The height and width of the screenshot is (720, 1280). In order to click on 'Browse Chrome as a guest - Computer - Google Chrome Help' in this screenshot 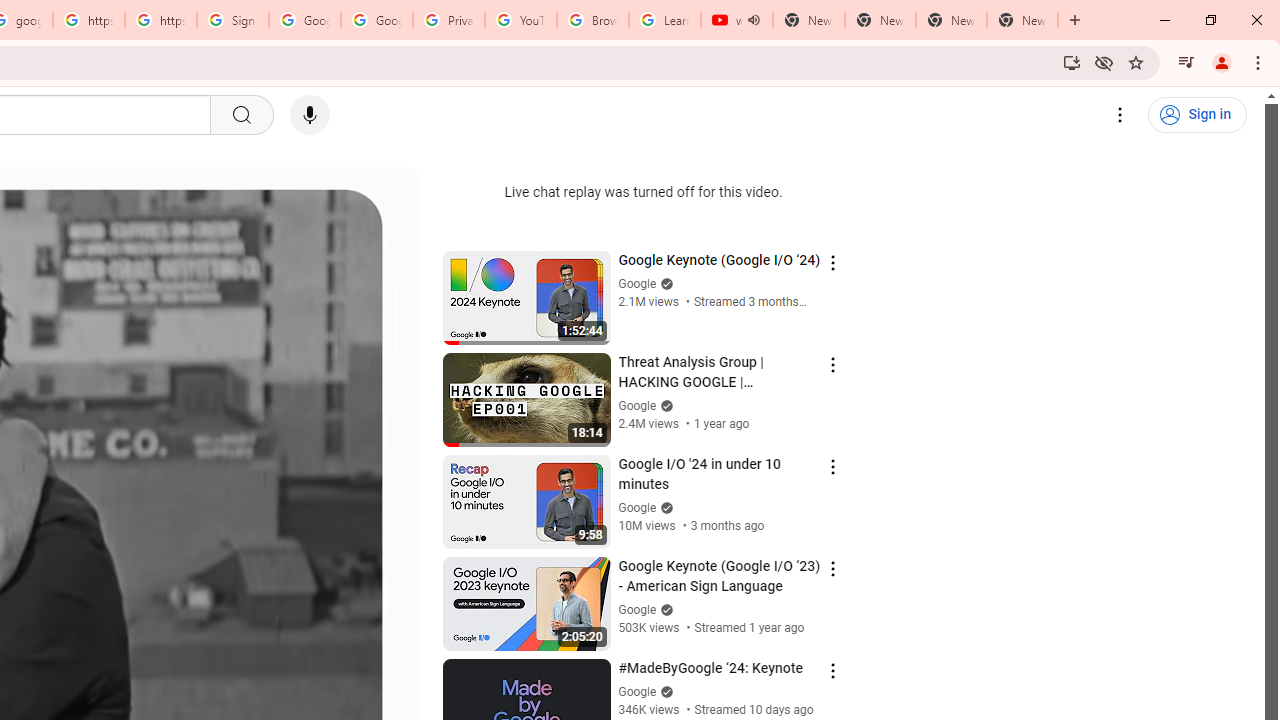, I will do `click(591, 20)`.